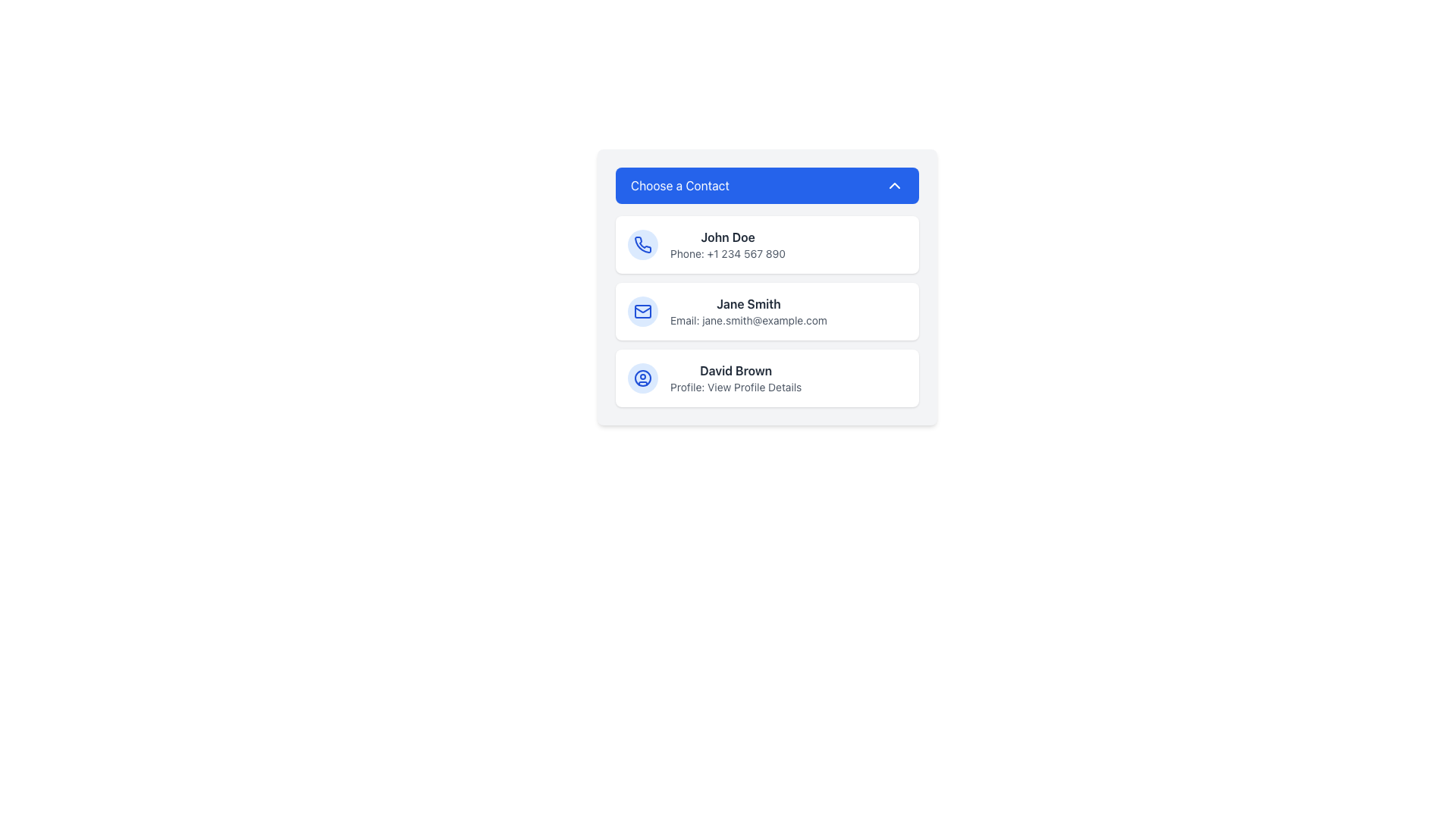 This screenshot has width=1456, height=819. I want to click on the phone contact icon located to the left of 'John Doe' and 'Phone: +1 234 567 890' in the first contact card, so click(643, 244).